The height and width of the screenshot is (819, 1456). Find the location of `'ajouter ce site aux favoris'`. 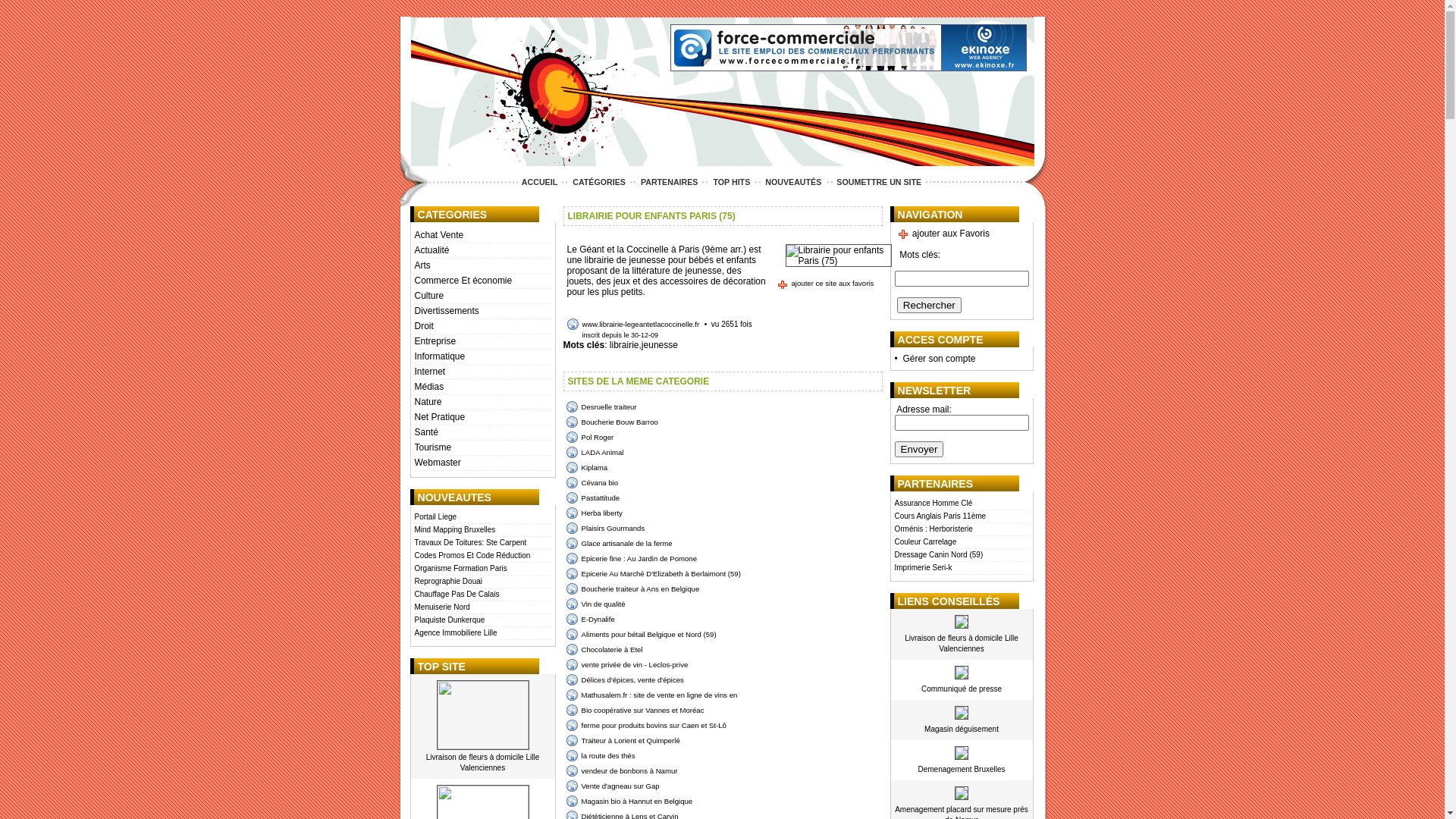

'ajouter ce site aux favoris' is located at coordinates (776, 284).